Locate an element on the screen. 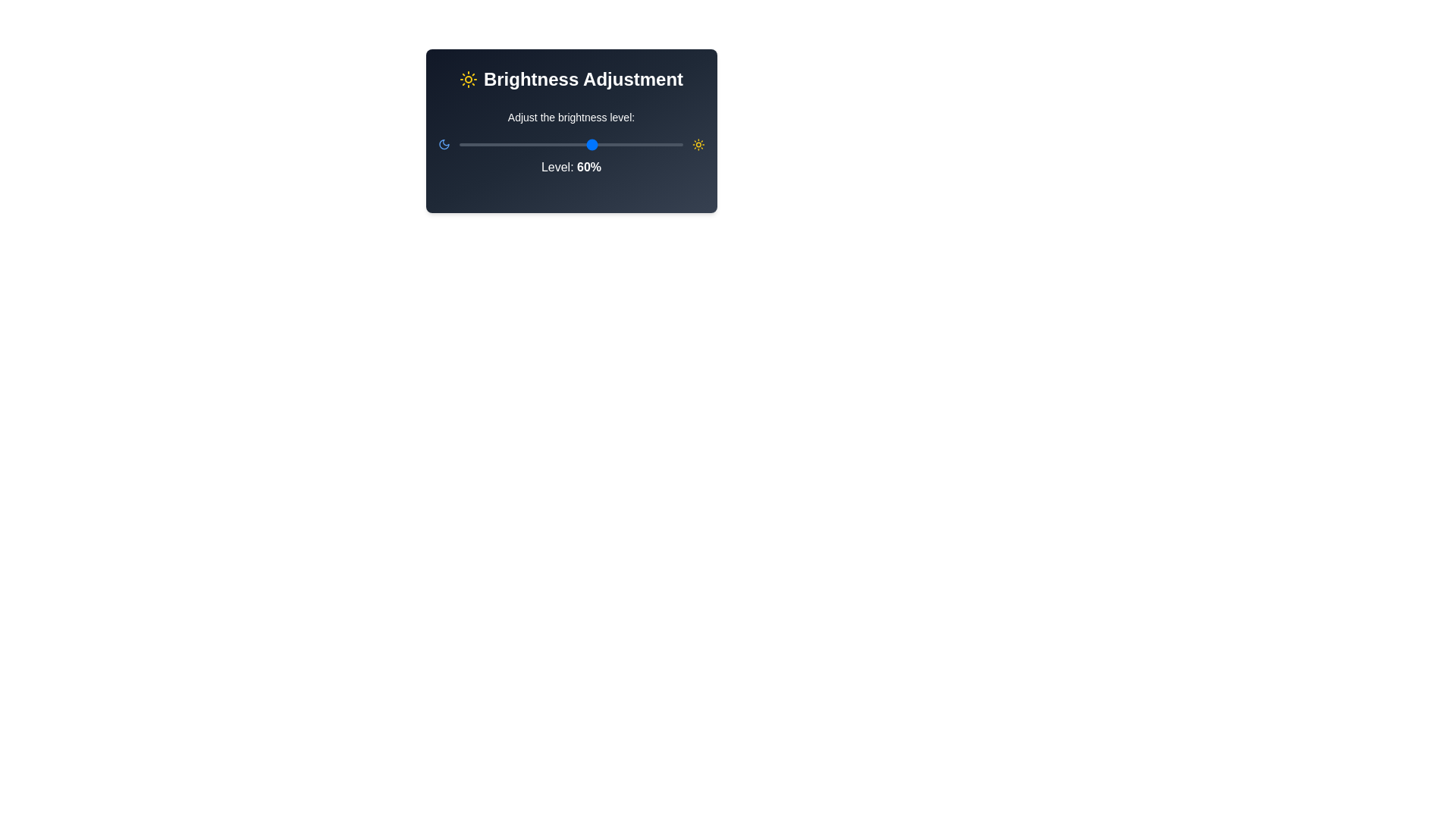 Image resolution: width=1456 pixels, height=819 pixels. the brightness level is located at coordinates (592, 145).